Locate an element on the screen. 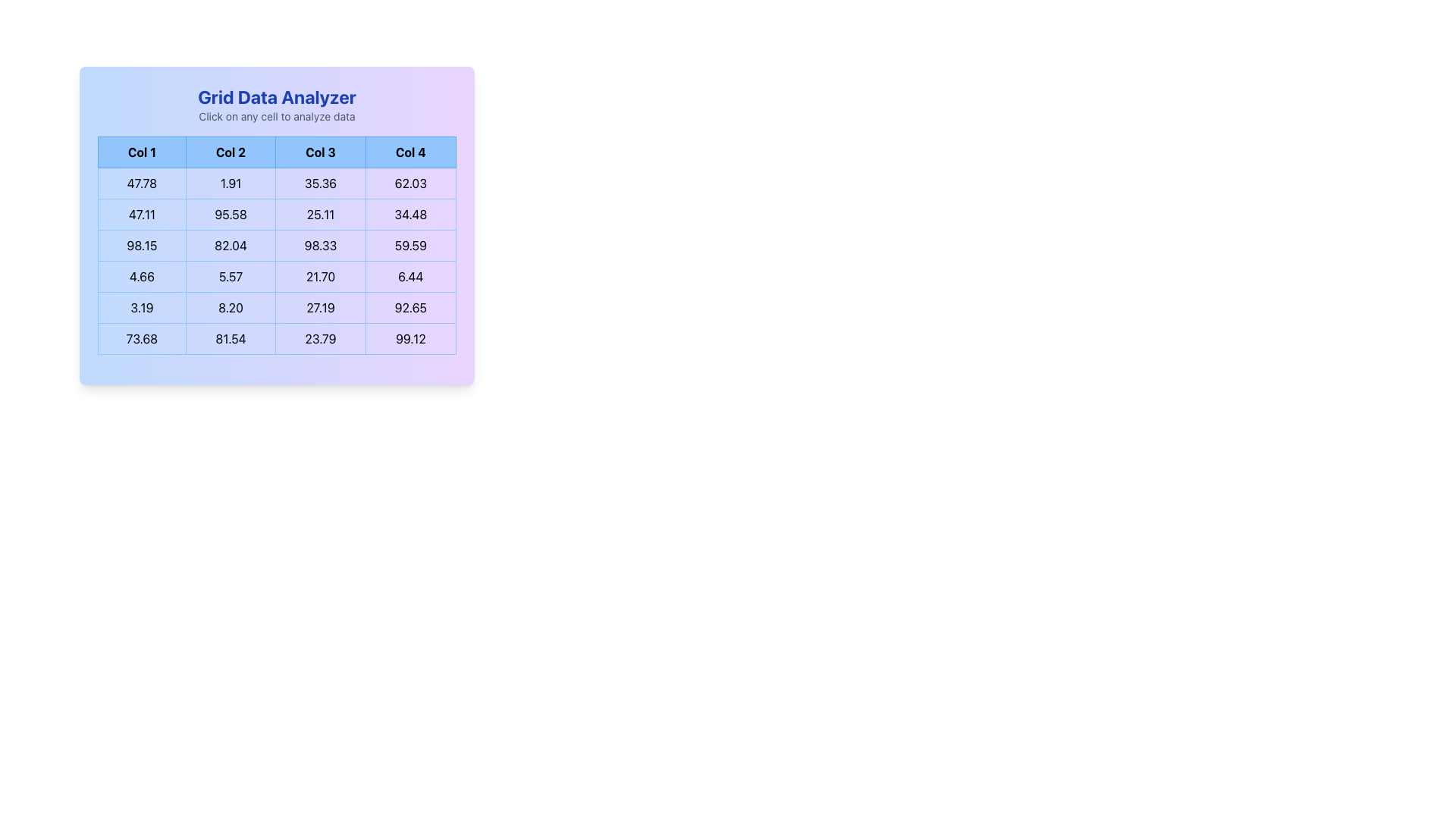 The image size is (1456, 819). numeric value '95.58' from the table cell located in the second column of the second row, which has a light blue background and is bordered for visibility is located at coordinates (230, 214).